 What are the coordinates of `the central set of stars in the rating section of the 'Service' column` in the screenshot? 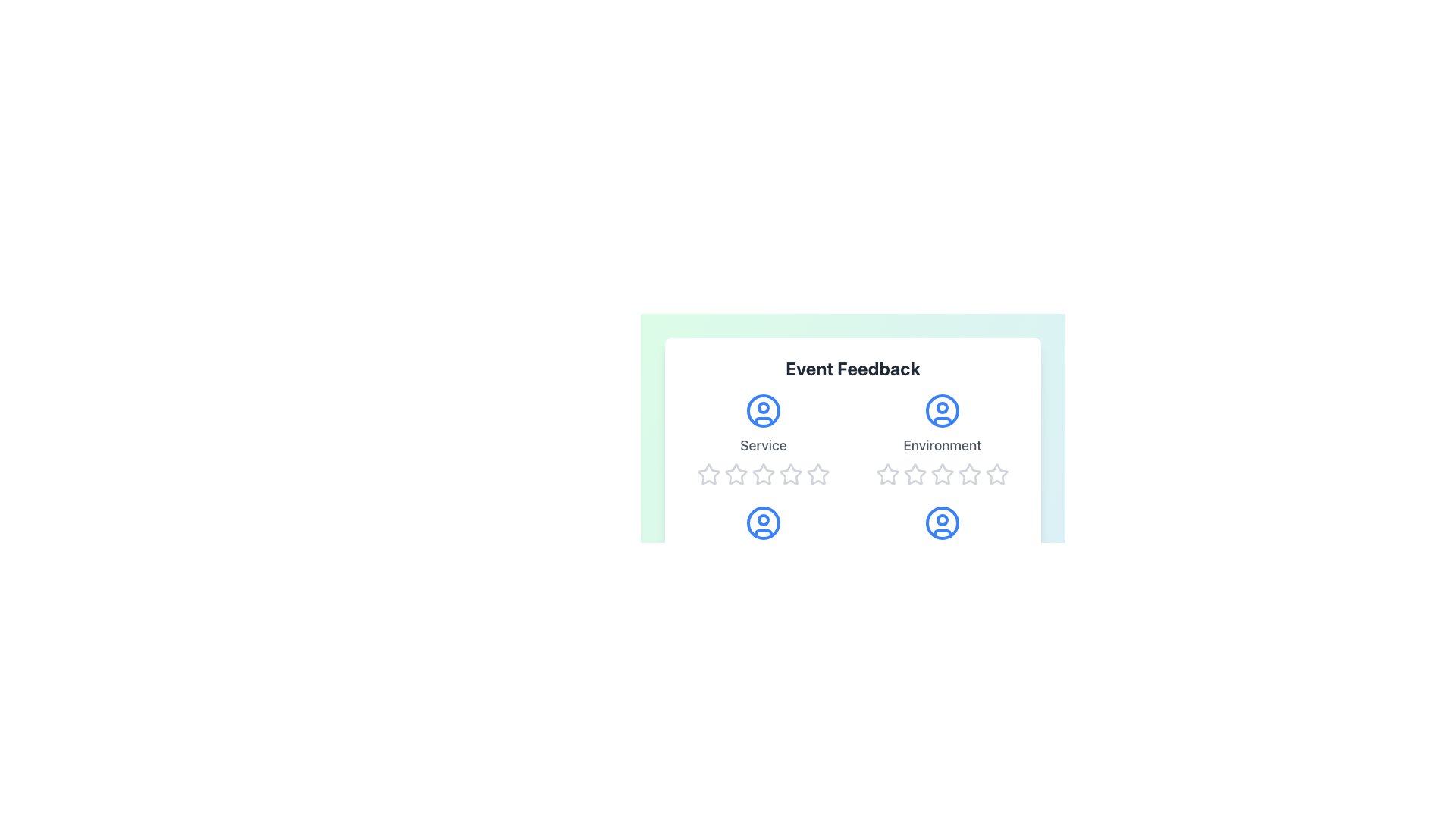 It's located at (764, 473).